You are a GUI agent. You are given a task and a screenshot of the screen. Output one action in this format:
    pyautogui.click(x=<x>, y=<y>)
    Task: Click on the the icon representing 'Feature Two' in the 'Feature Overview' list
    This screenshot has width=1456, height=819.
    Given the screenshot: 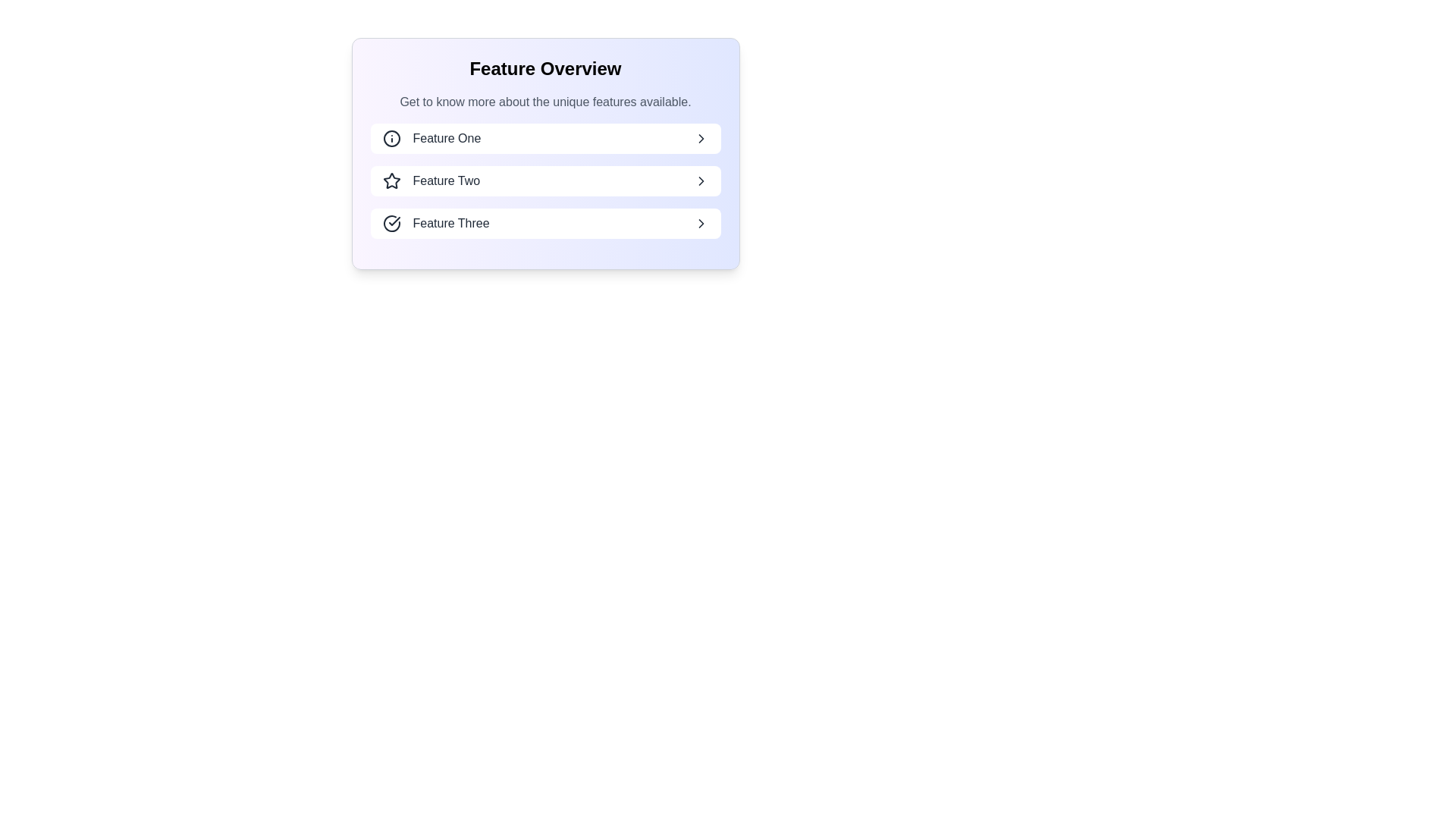 What is the action you would take?
    pyautogui.click(x=391, y=180)
    